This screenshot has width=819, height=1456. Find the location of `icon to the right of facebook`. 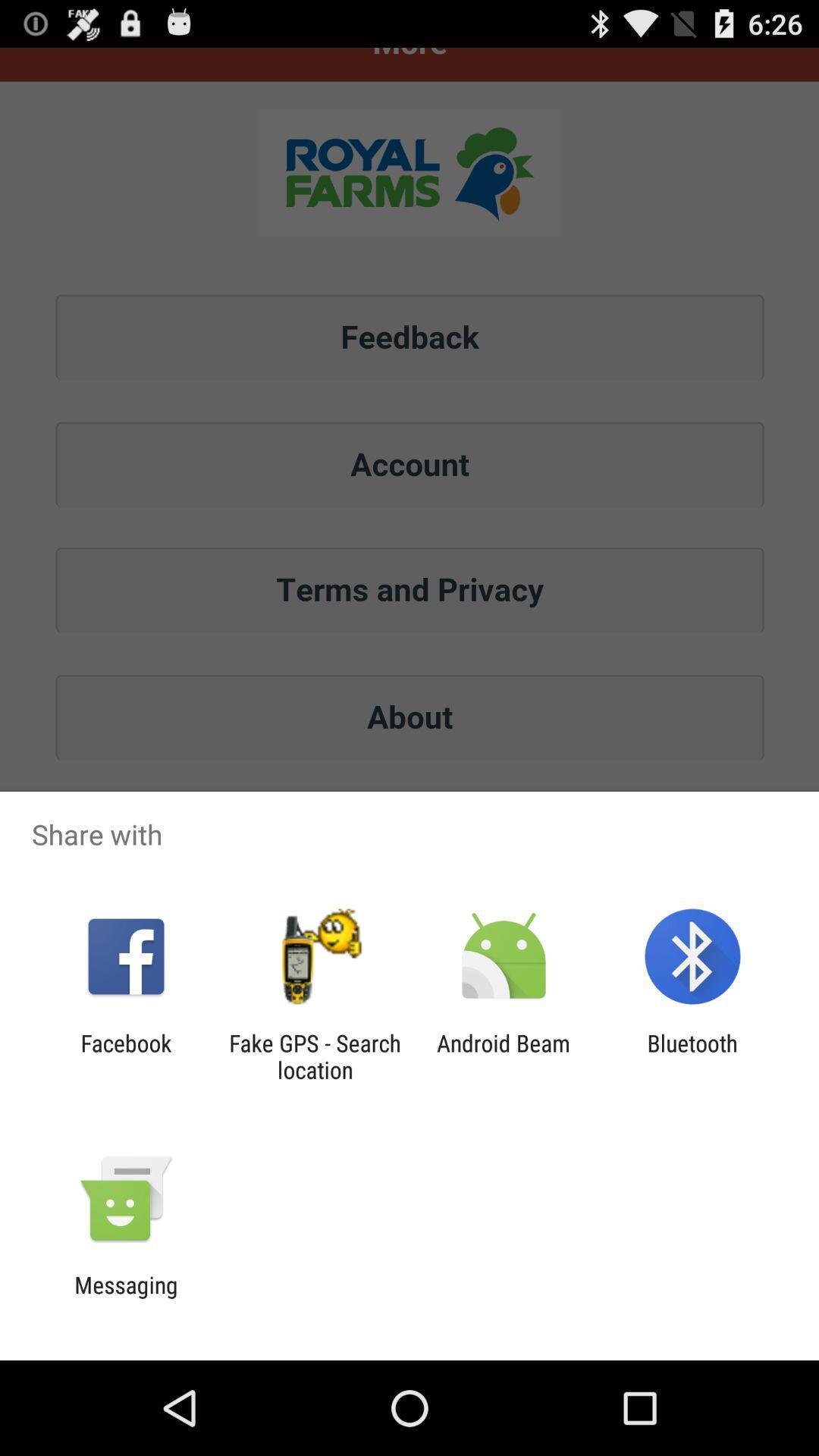

icon to the right of facebook is located at coordinates (314, 1056).